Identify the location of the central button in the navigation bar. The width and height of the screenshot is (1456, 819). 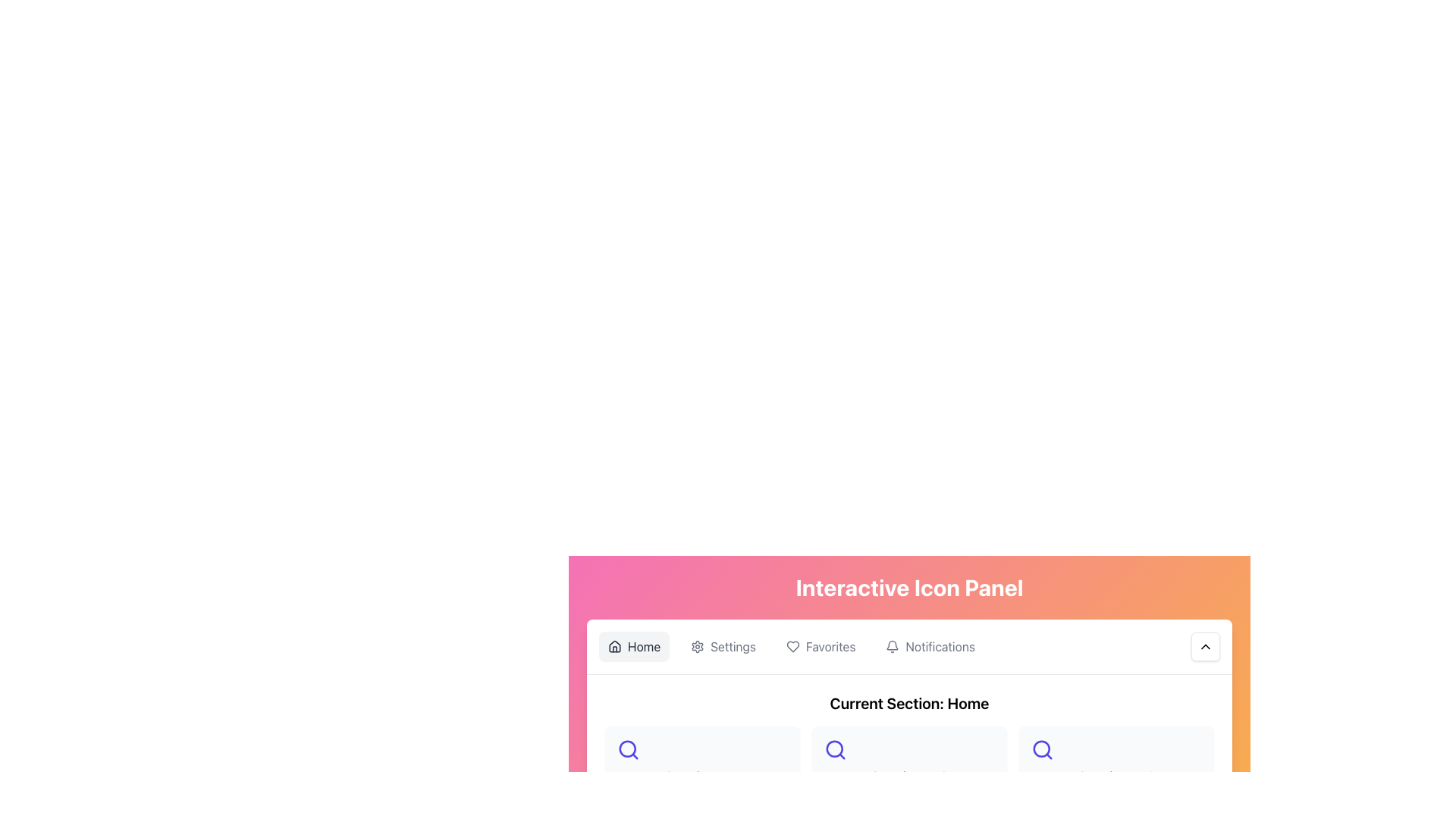
(819, 646).